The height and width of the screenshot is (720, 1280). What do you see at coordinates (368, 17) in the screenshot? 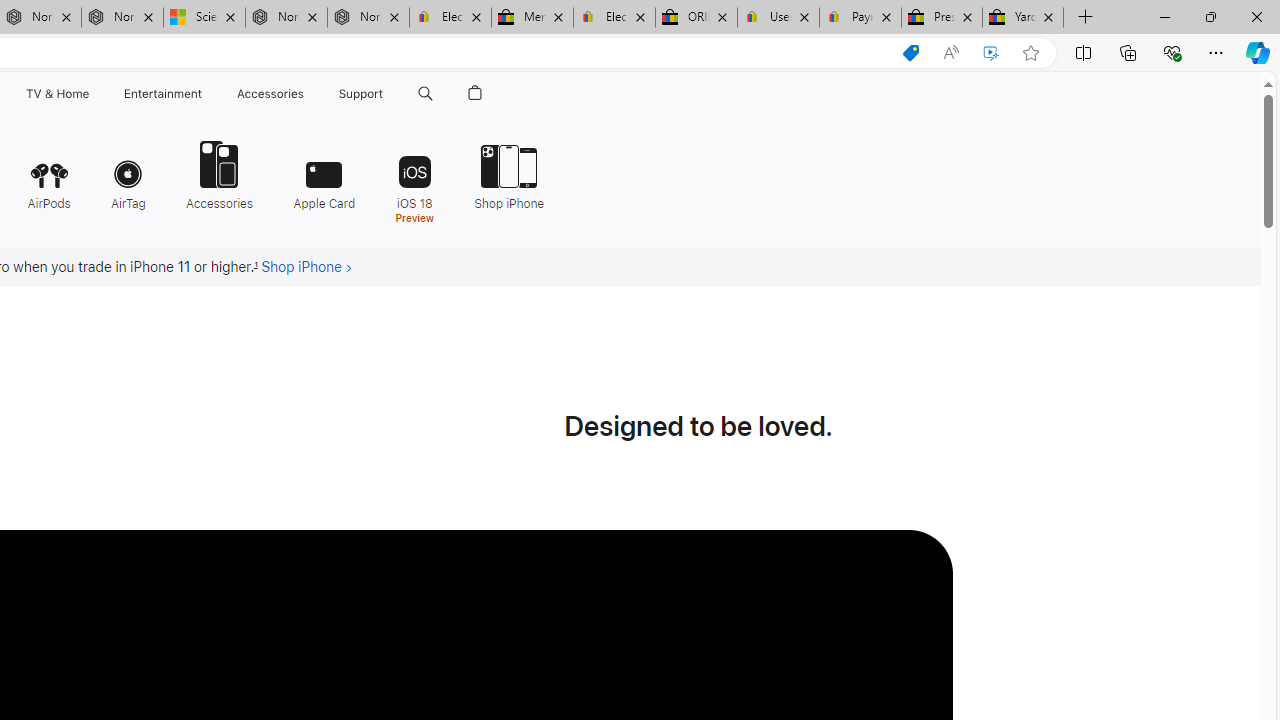
I see `'Nordace - FAQ'` at bounding box center [368, 17].